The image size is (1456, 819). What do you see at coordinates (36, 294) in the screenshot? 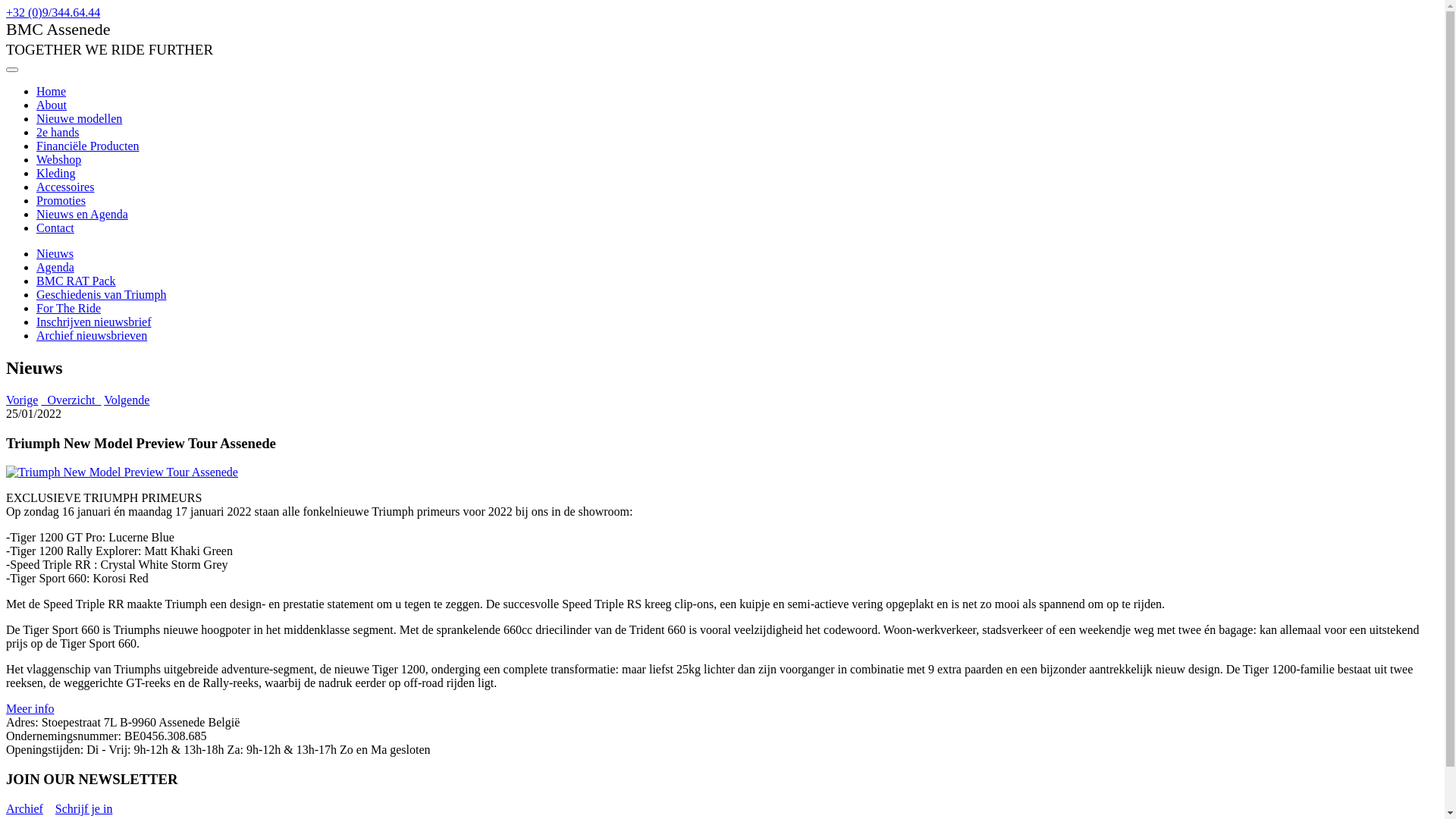
I see `'Geschiedenis van Triumph'` at bounding box center [36, 294].